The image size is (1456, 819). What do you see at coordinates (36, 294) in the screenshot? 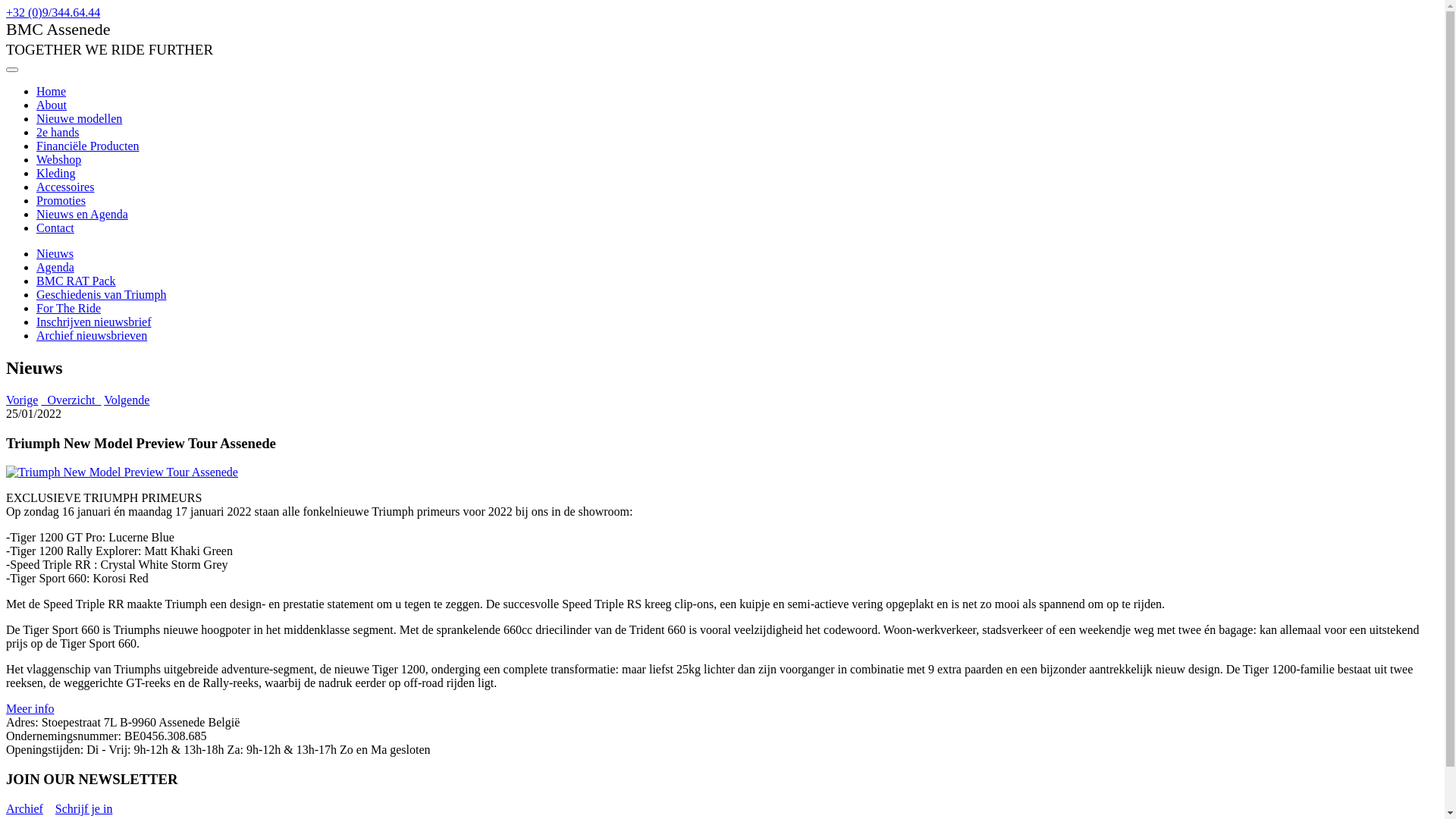
I see `'Geschiedenis van Triumph'` at bounding box center [36, 294].